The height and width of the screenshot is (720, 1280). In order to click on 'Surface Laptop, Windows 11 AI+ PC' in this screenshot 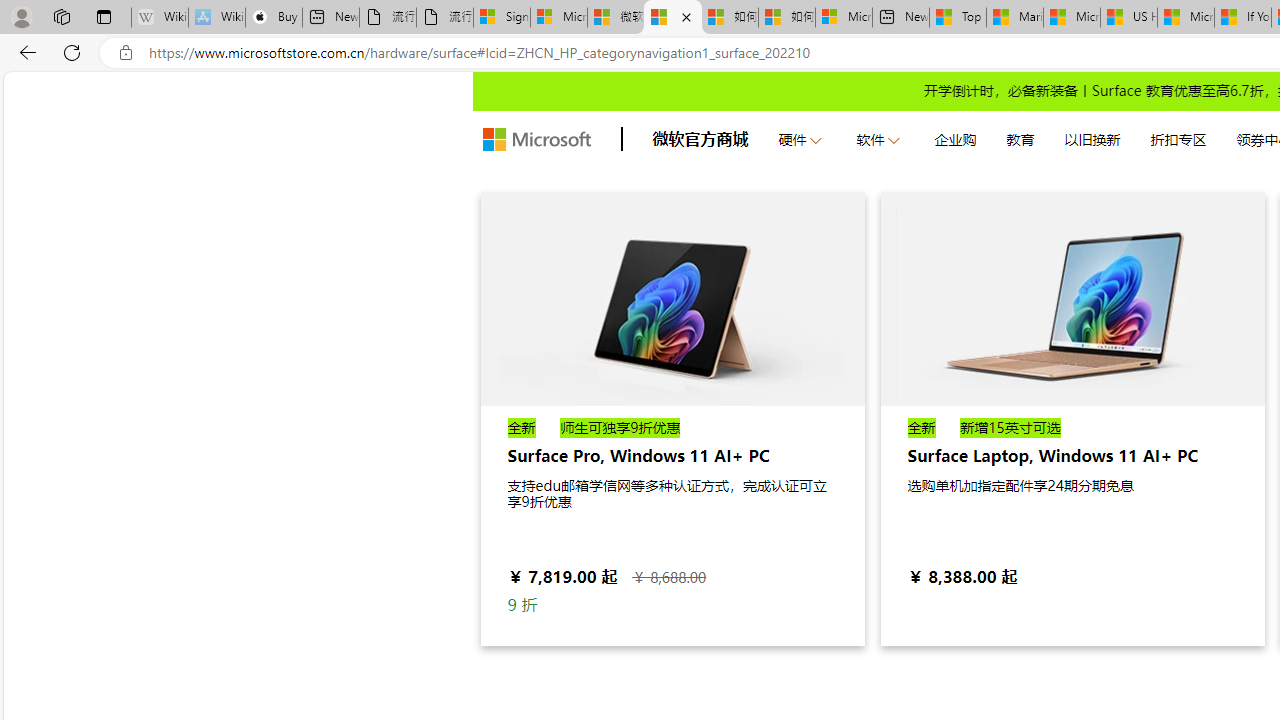, I will do `click(1071, 298)`.